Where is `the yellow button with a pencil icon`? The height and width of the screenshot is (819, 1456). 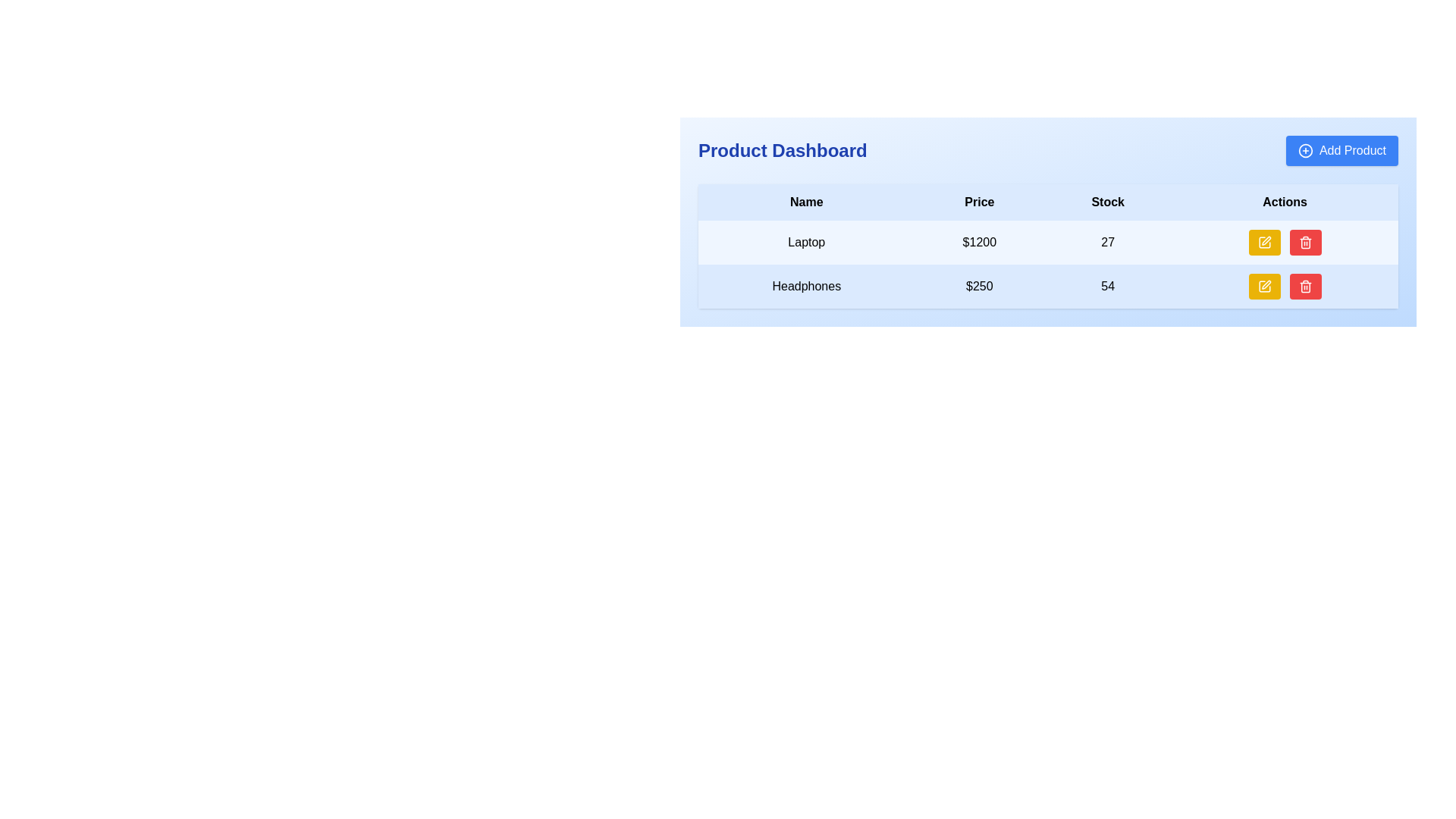 the yellow button with a pencil icon is located at coordinates (1284, 287).